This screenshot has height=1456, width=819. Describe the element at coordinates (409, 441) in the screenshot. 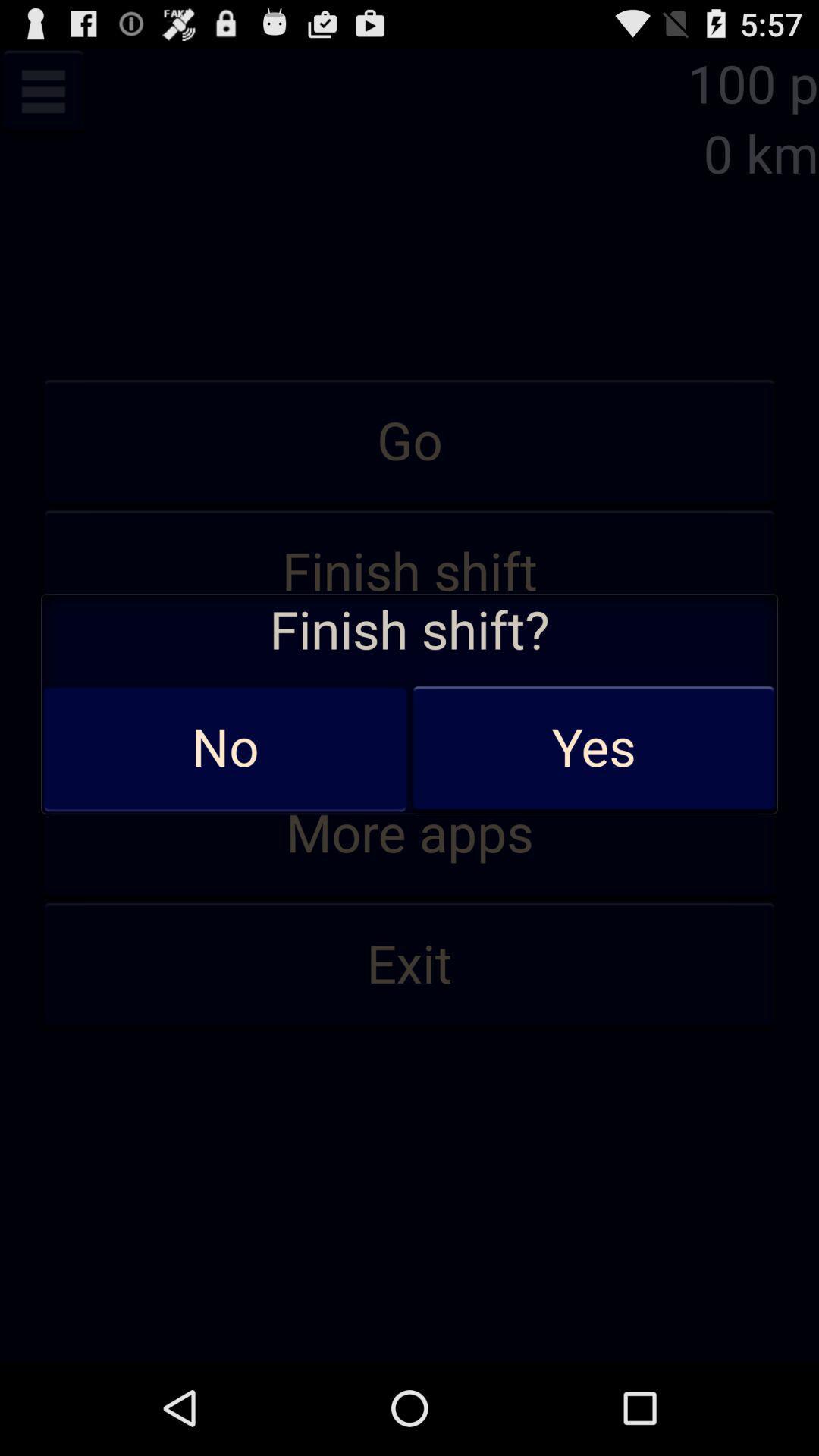

I see `icon above finish shift` at that location.